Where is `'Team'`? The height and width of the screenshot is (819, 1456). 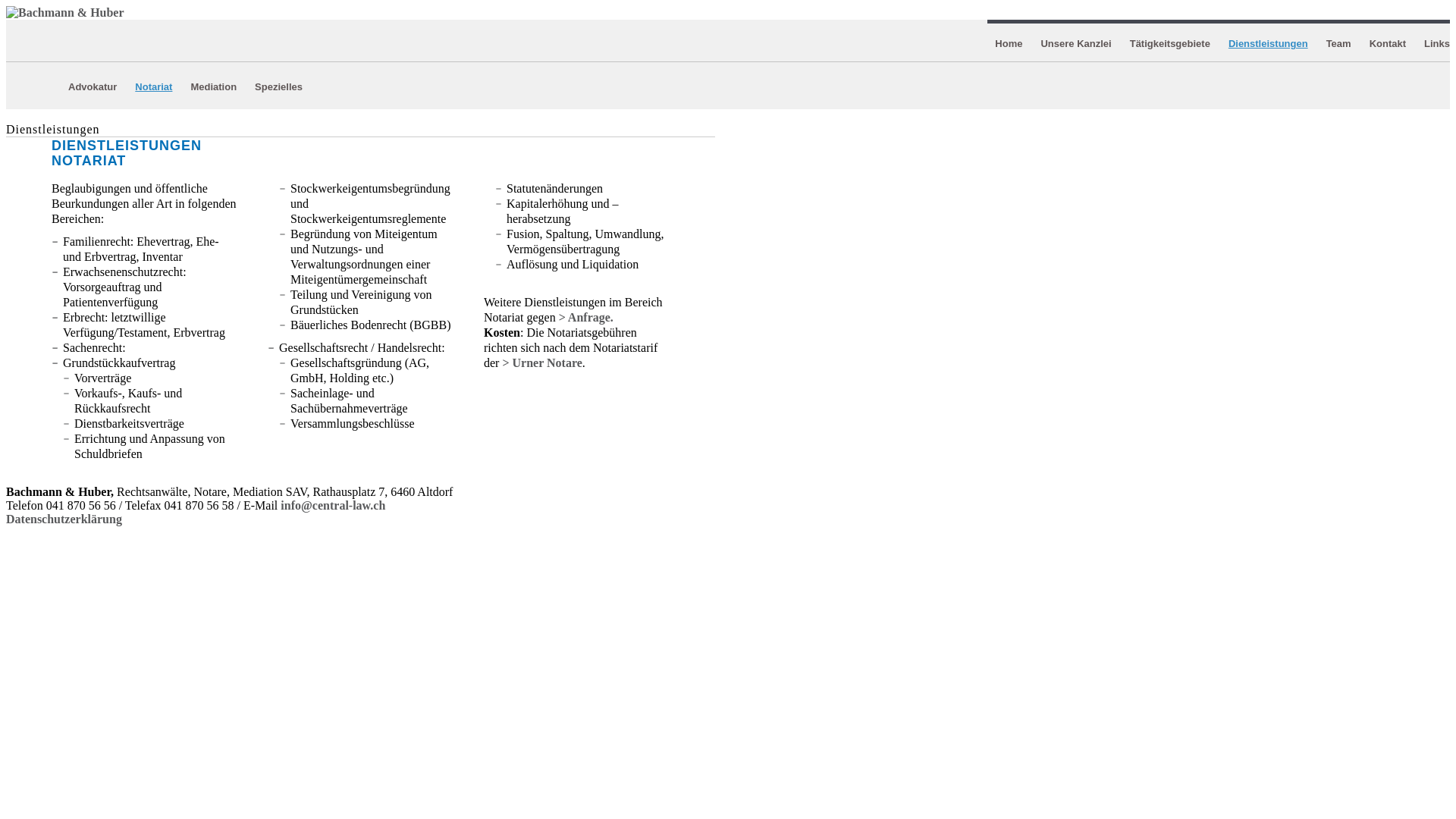 'Team' is located at coordinates (1338, 42).